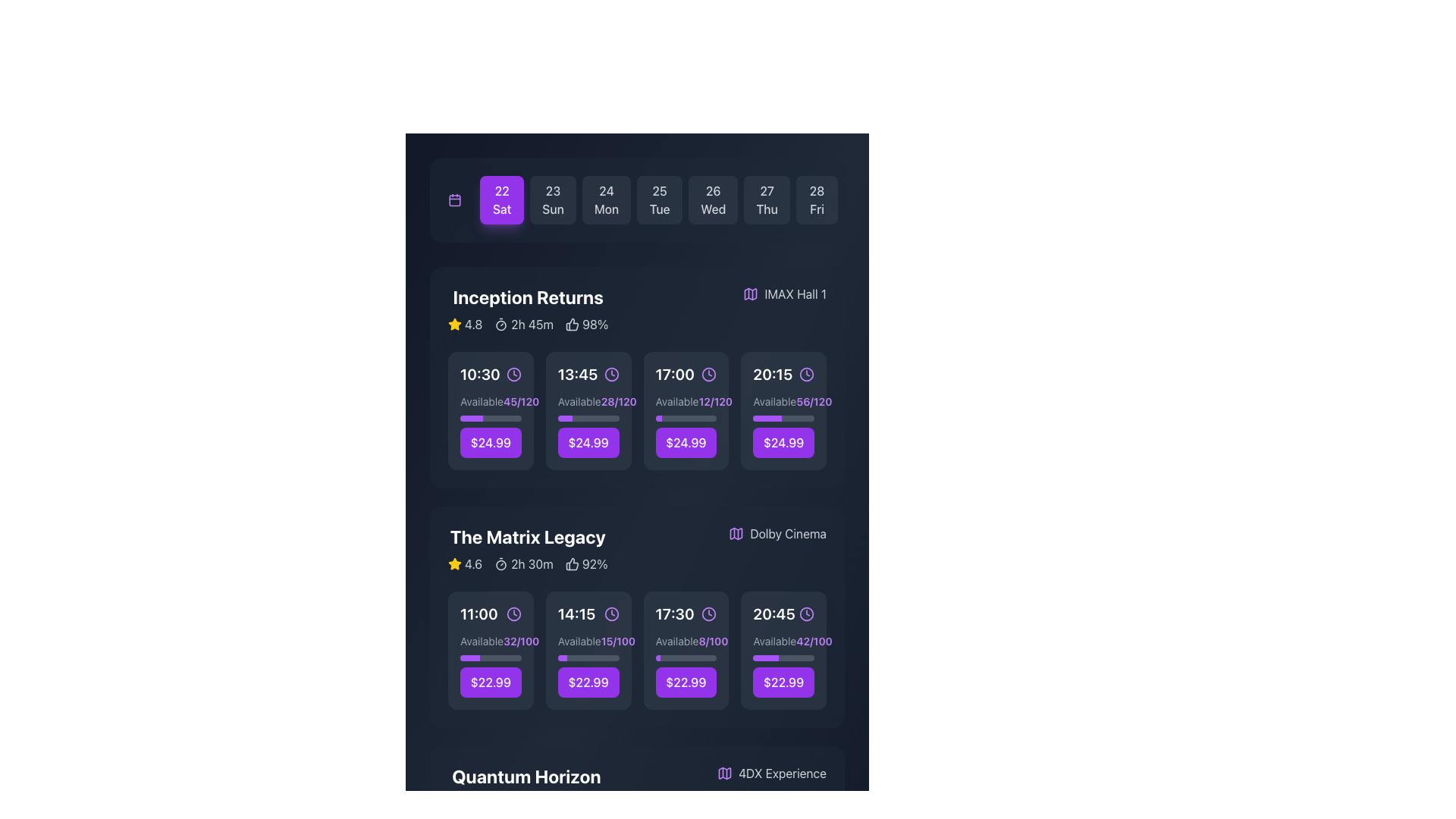  What do you see at coordinates (736, 533) in the screenshot?
I see `map icon located in the top-right corner of the 'Inception Returns' section, adjacent to the text 'IMAX Hall 1'` at bounding box center [736, 533].